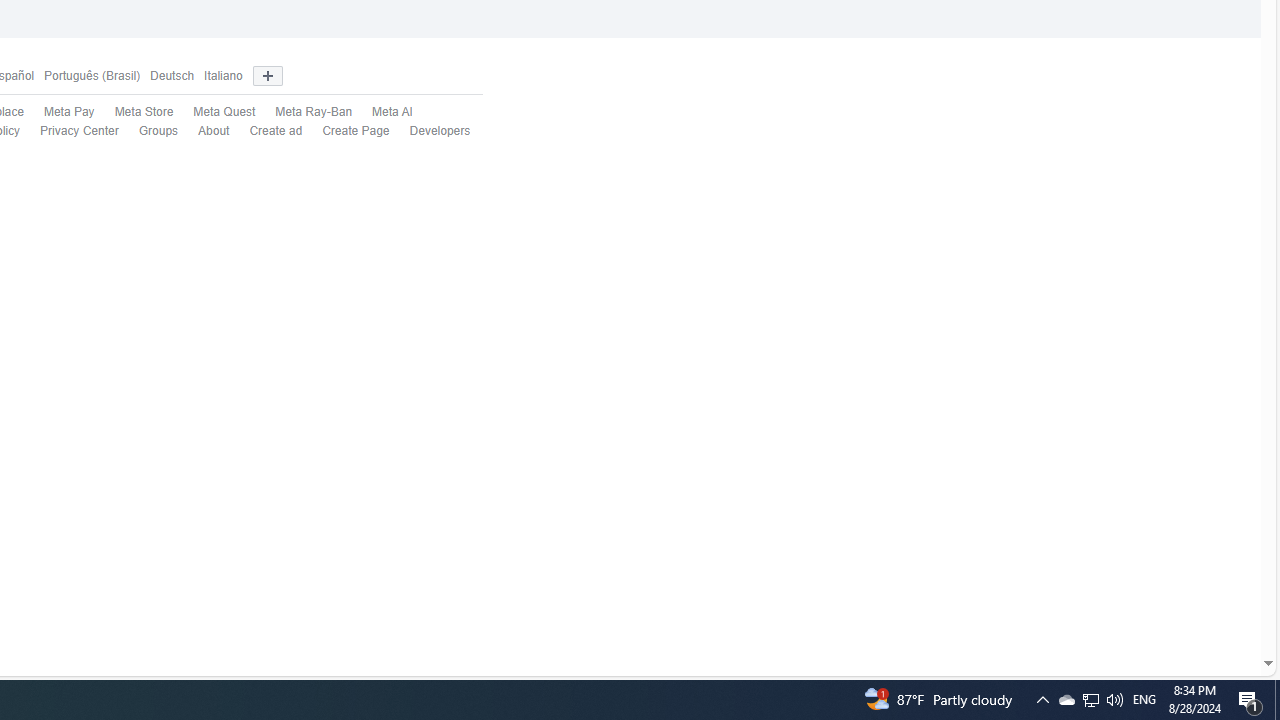 This screenshot has height=720, width=1280. I want to click on 'Meta Store', so click(132, 113).